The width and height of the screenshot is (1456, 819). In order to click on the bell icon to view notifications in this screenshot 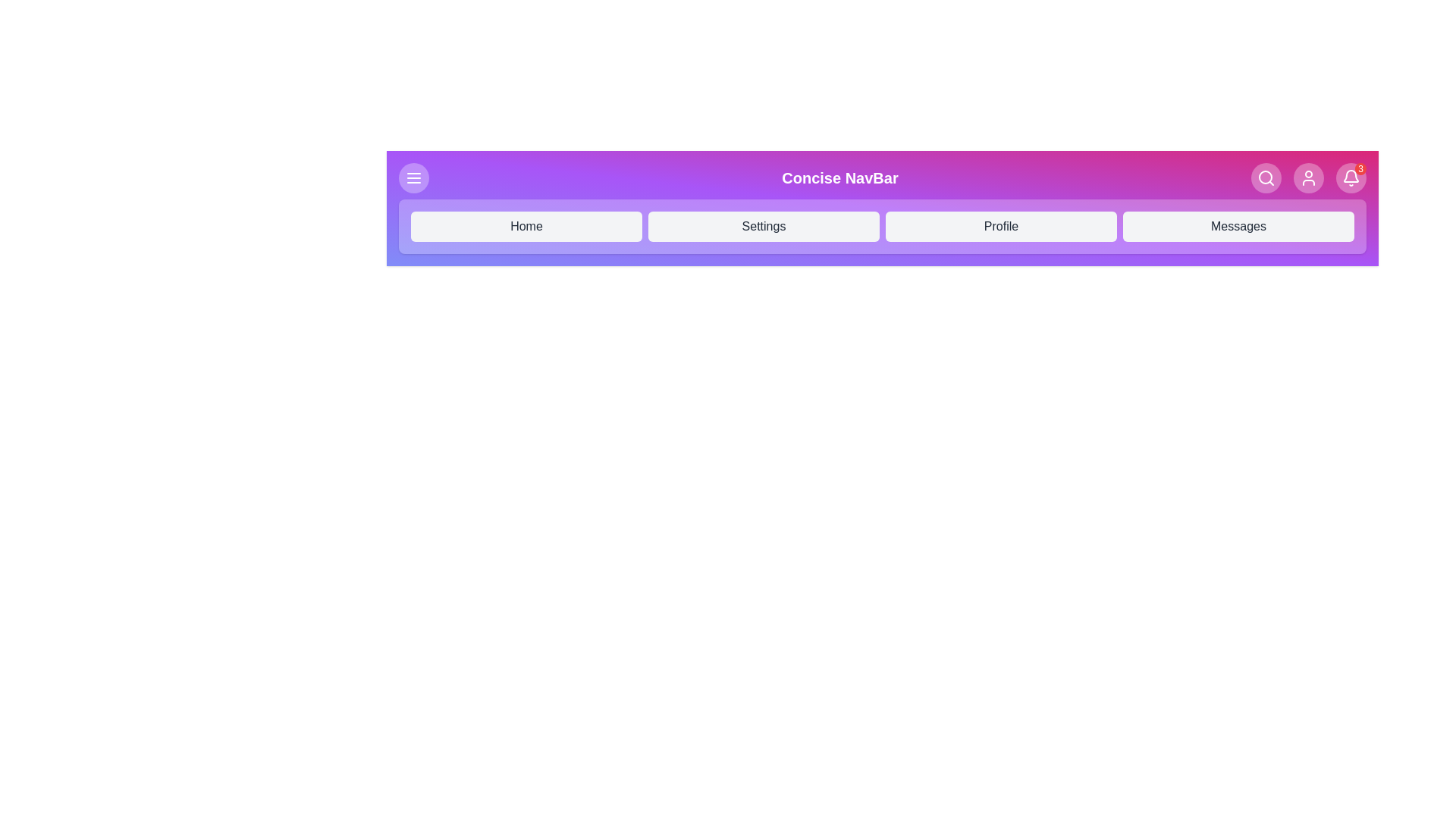, I will do `click(1351, 177)`.